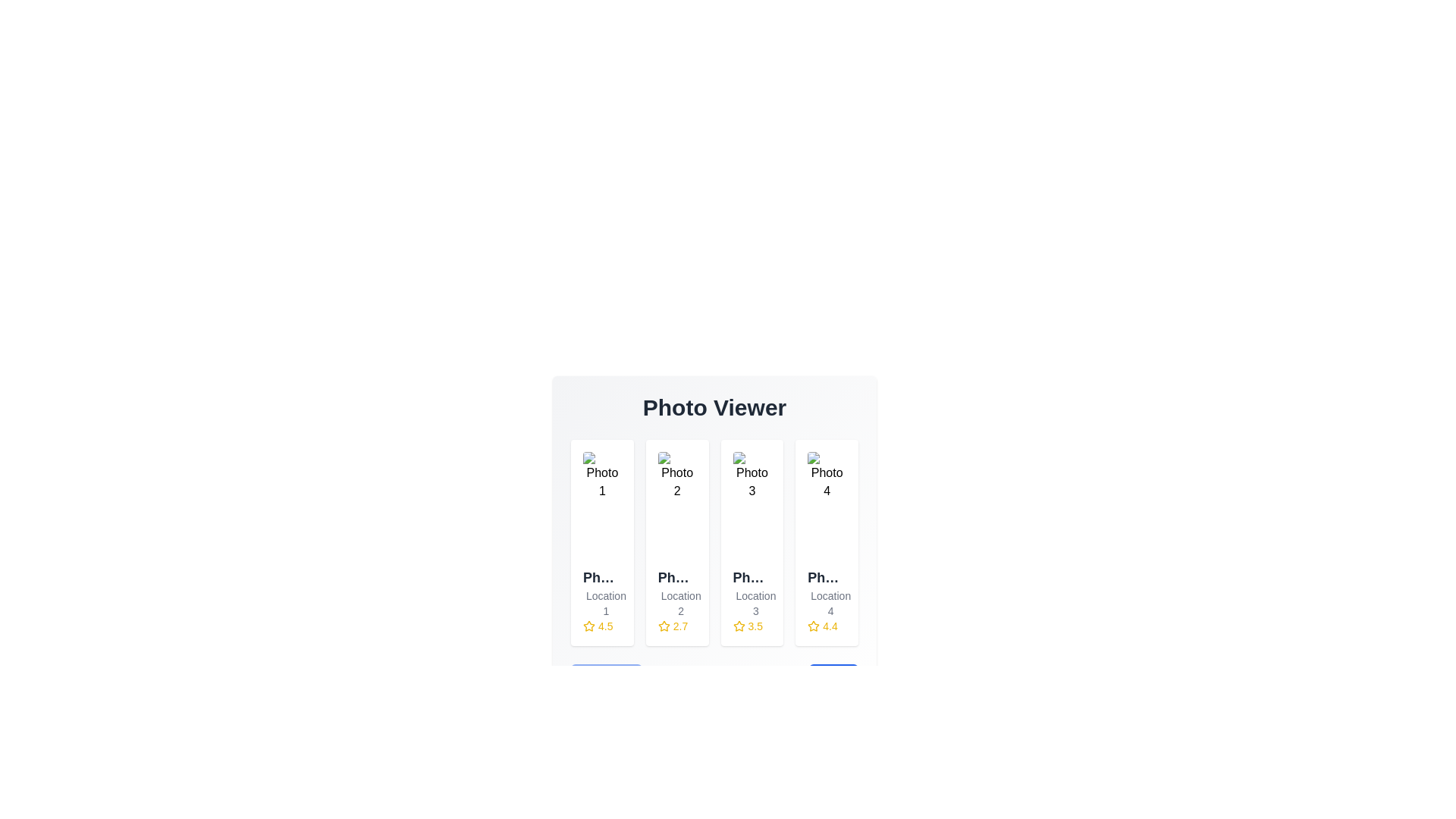 The width and height of the screenshot is (1456, 819). Describe the element at coordinates (714, 552) in the screenshot. I see `the second Photo card component located below the title 'Photo Viewer' in the display area` at that location.